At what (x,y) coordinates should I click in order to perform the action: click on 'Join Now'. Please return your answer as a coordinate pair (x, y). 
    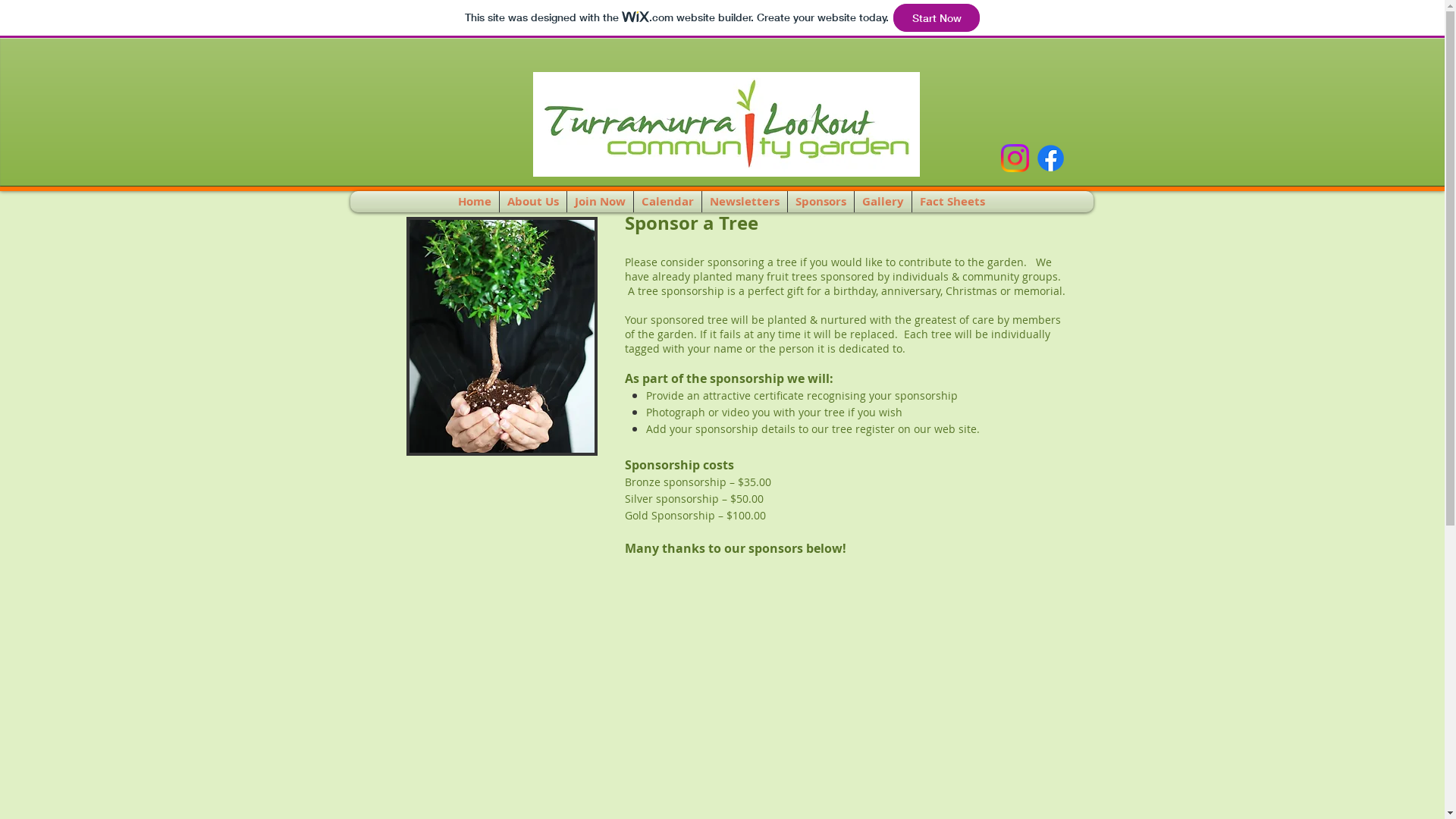
    Looking at the image, I should click on (599, 201).